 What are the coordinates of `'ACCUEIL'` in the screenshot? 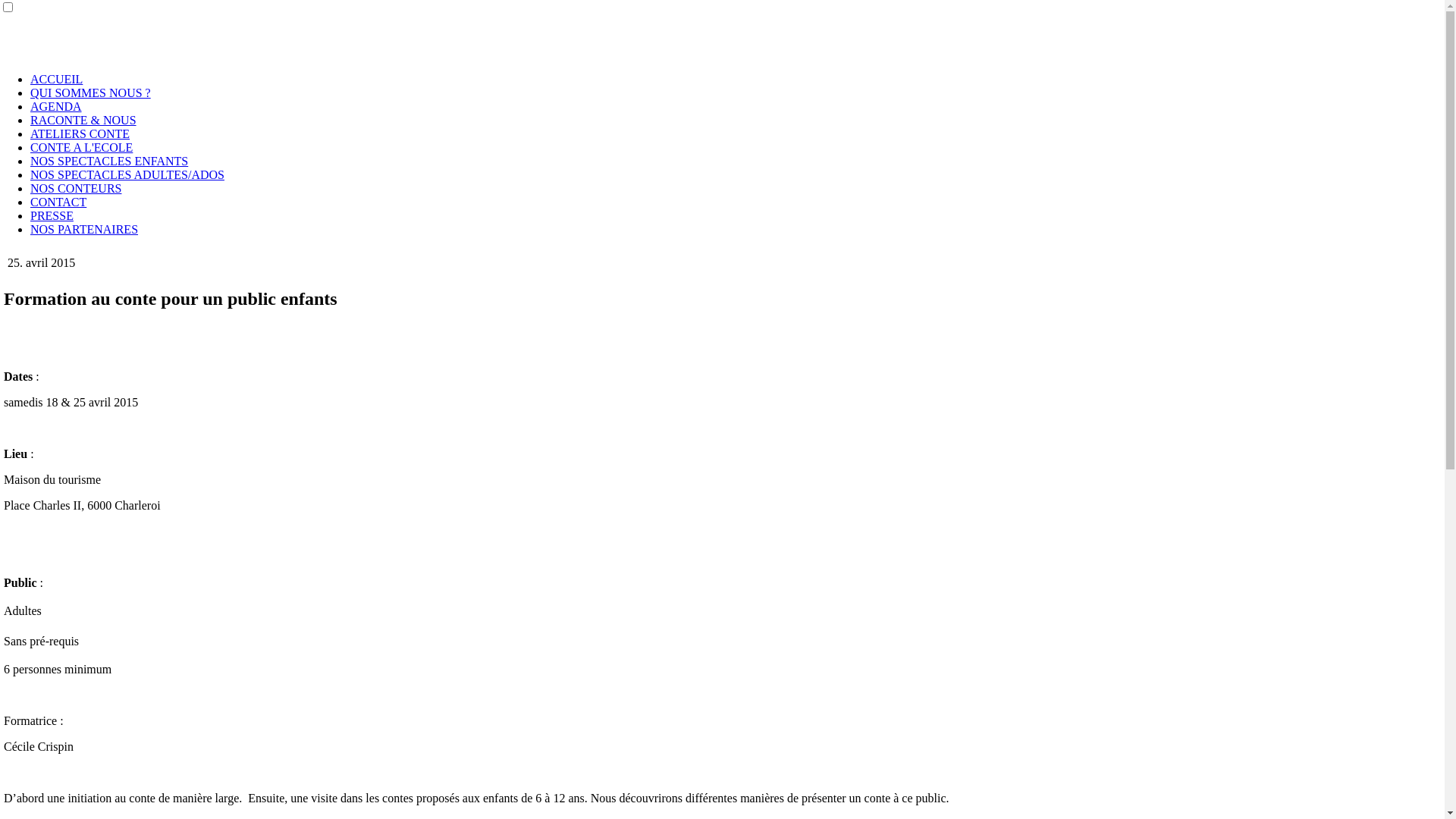 It's located at (56, 79).